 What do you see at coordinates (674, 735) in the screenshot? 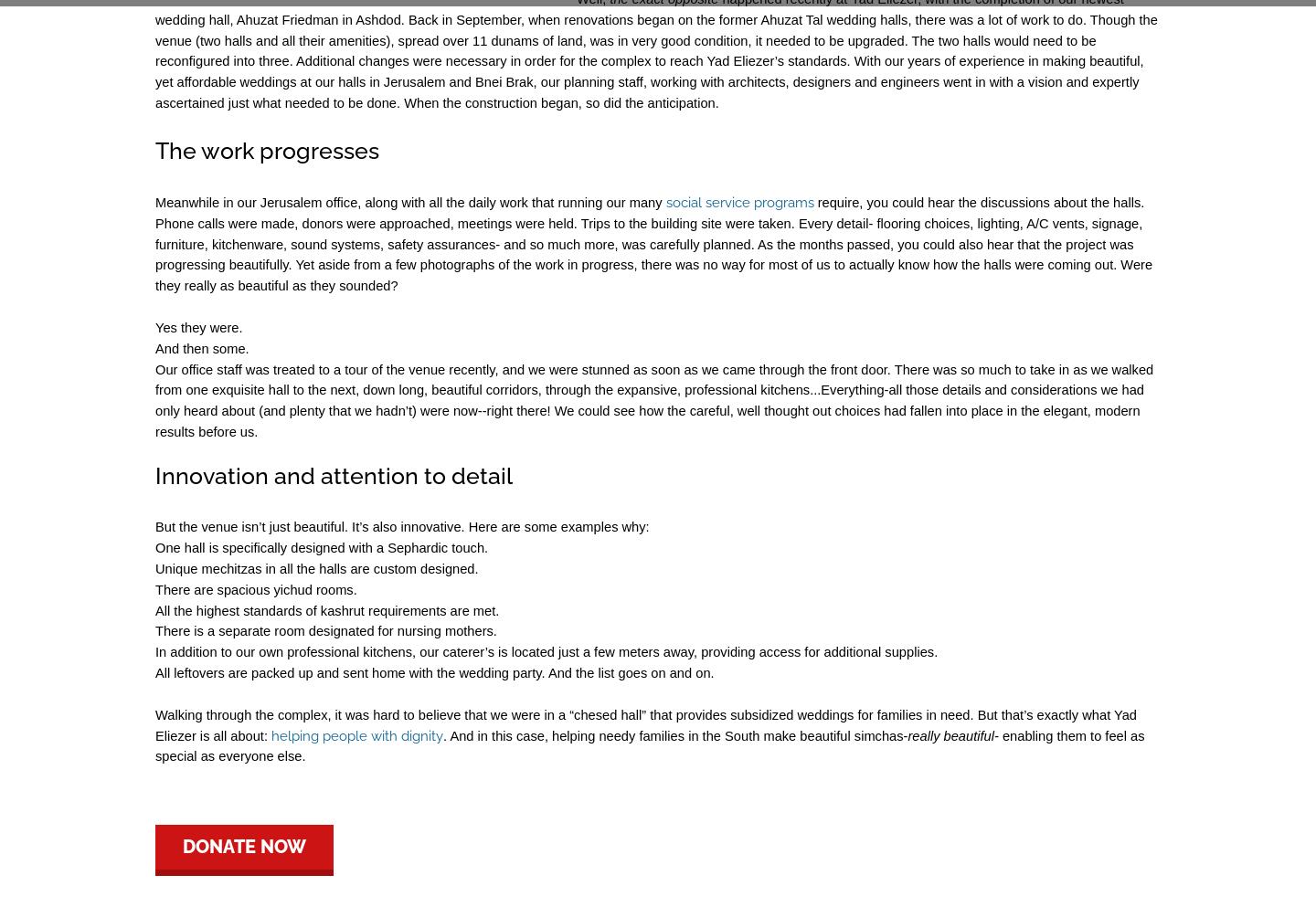
I see `'. And in this case, helping needy families in the South make beautiful simchas-'` at bounding box center [674, 735].